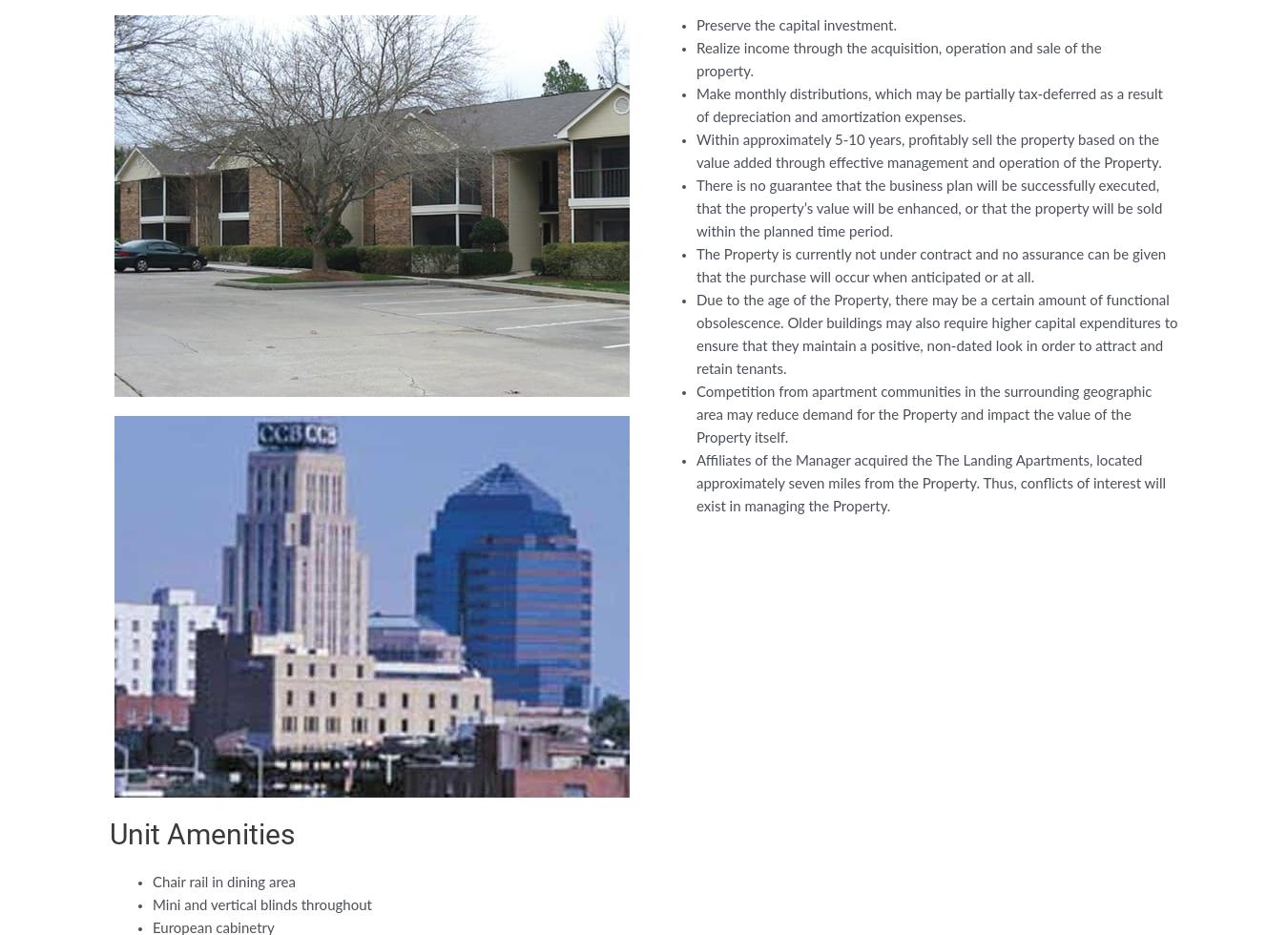  What do you see at coordinates (930, 266) in the screenshot?
I see `'The Property is currently not under contract and no assurance can be given that the purchase will occur when anticipated or at all.'` at bounding box center [930, 266].